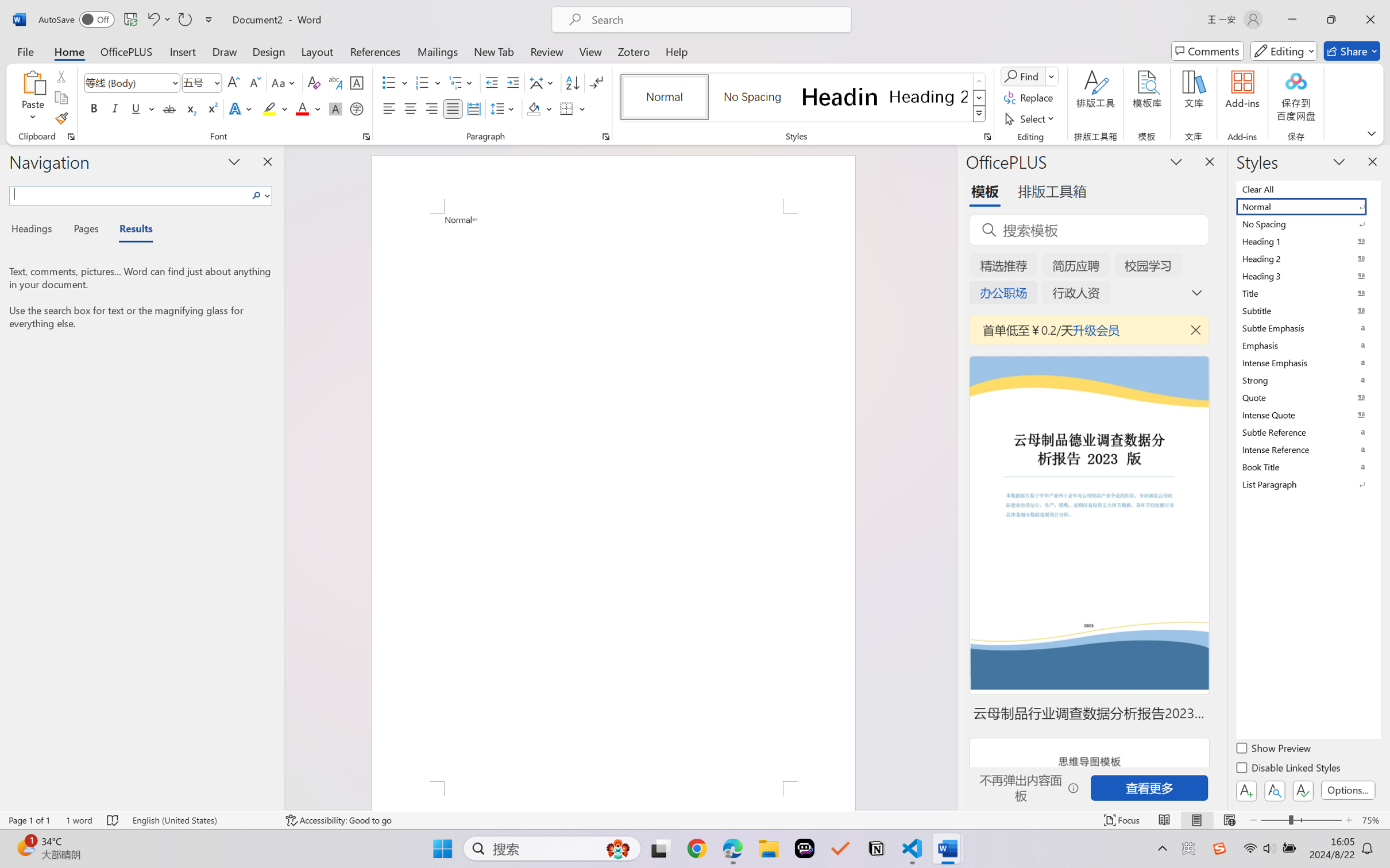 Image resolution: width=1390 pixels, height=868 pixels. What do you see at coordinates (1307, 310) in the screenshot?
I see `'Subtitle'` at bounding box center [1307, 310].